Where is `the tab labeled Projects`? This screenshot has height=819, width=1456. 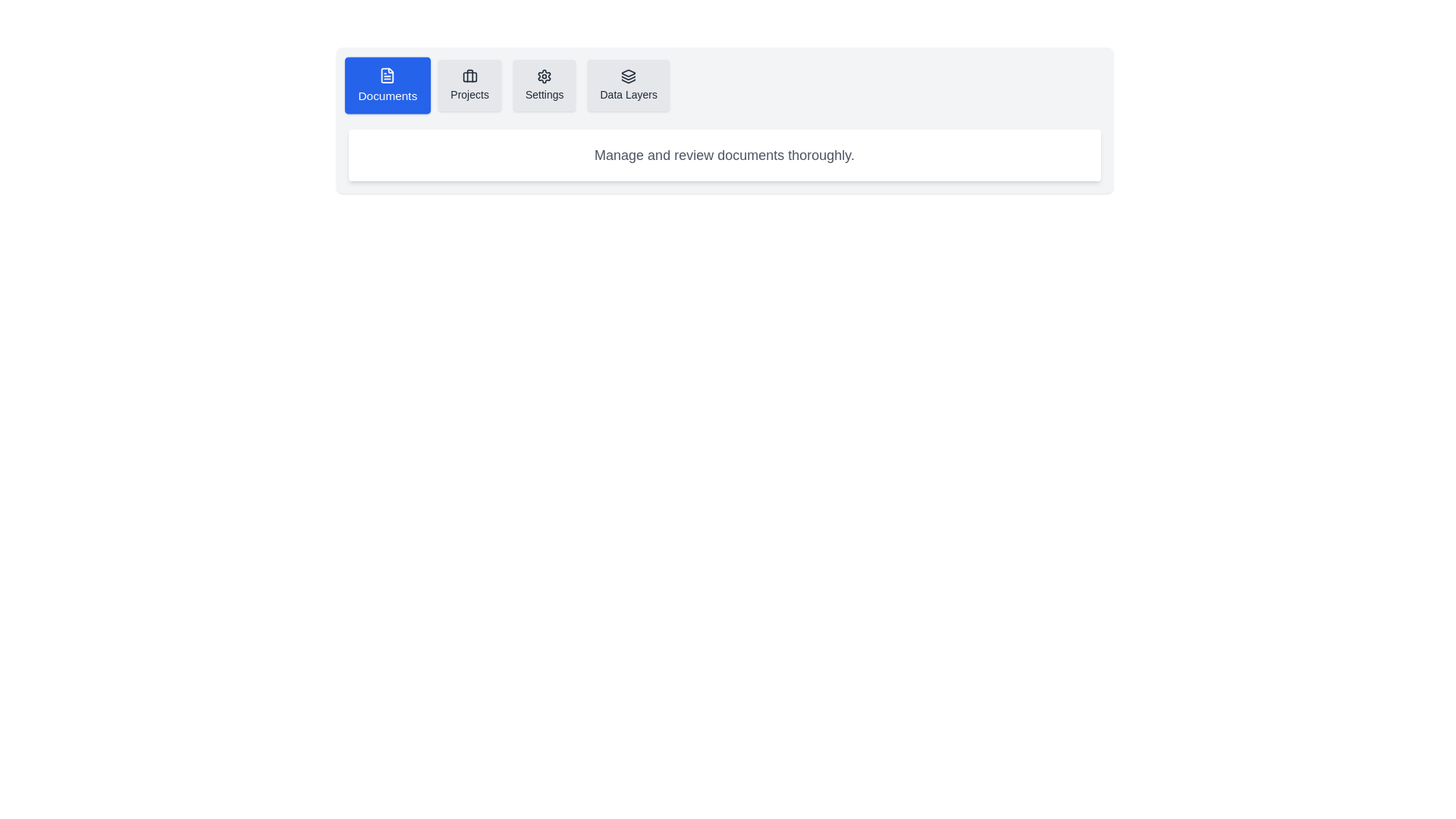
the tab labeled Projects is located at coordinates (469, 85).